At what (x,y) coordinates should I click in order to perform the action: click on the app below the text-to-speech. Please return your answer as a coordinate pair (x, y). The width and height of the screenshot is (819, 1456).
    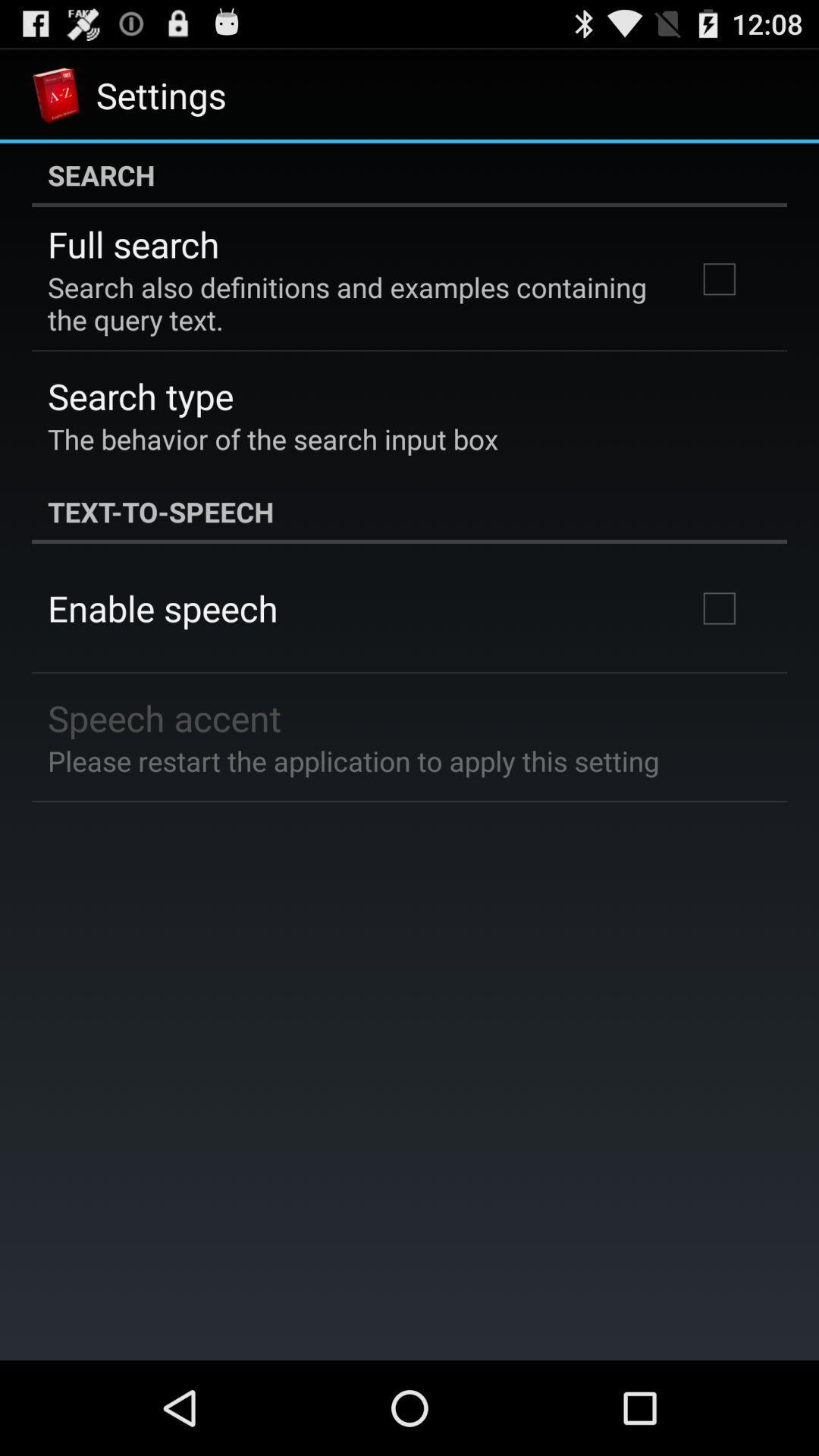
    Looking at the image, I should click on (162, 608).